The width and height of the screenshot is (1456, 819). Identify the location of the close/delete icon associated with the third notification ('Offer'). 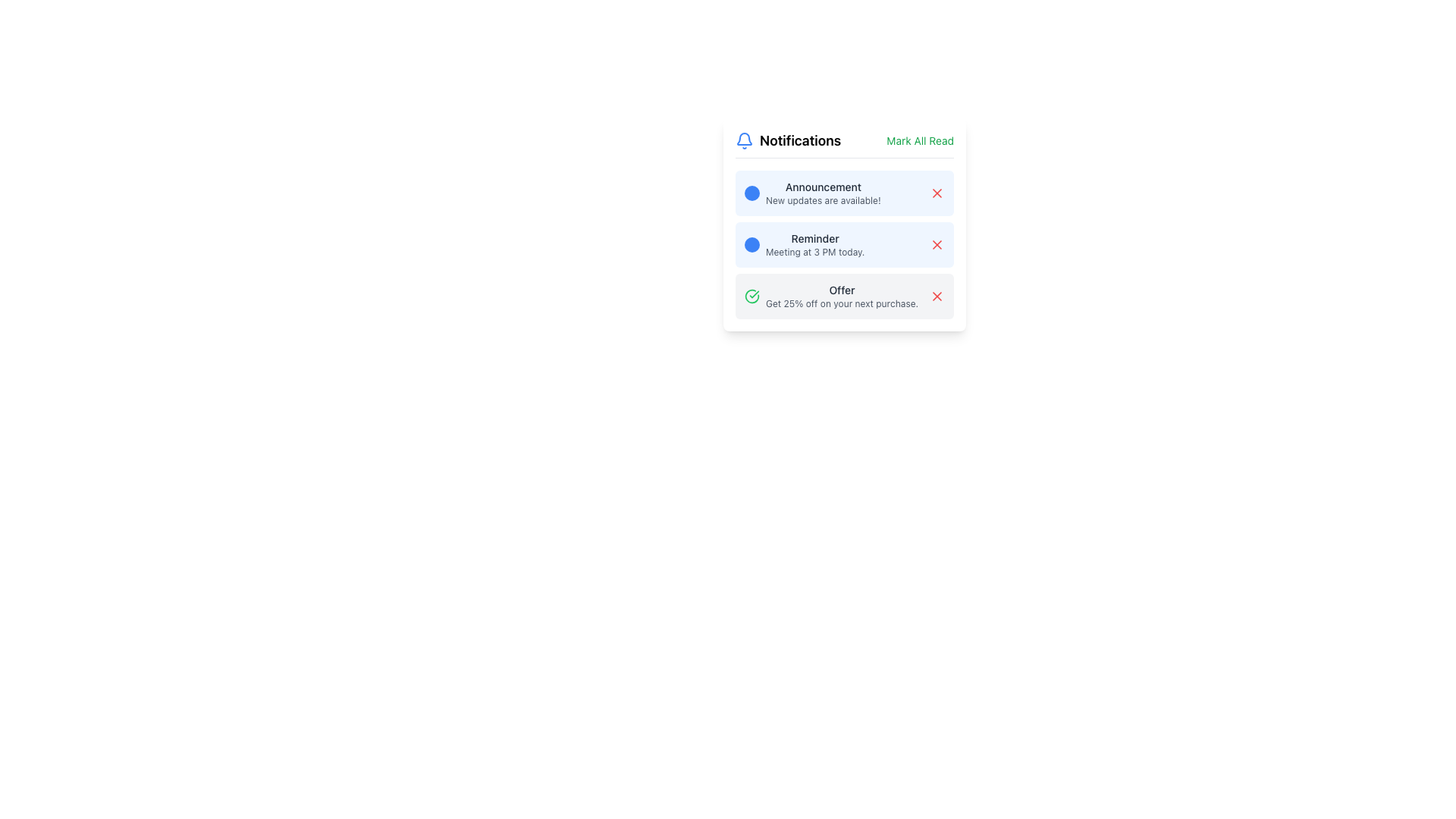
(937, 296).